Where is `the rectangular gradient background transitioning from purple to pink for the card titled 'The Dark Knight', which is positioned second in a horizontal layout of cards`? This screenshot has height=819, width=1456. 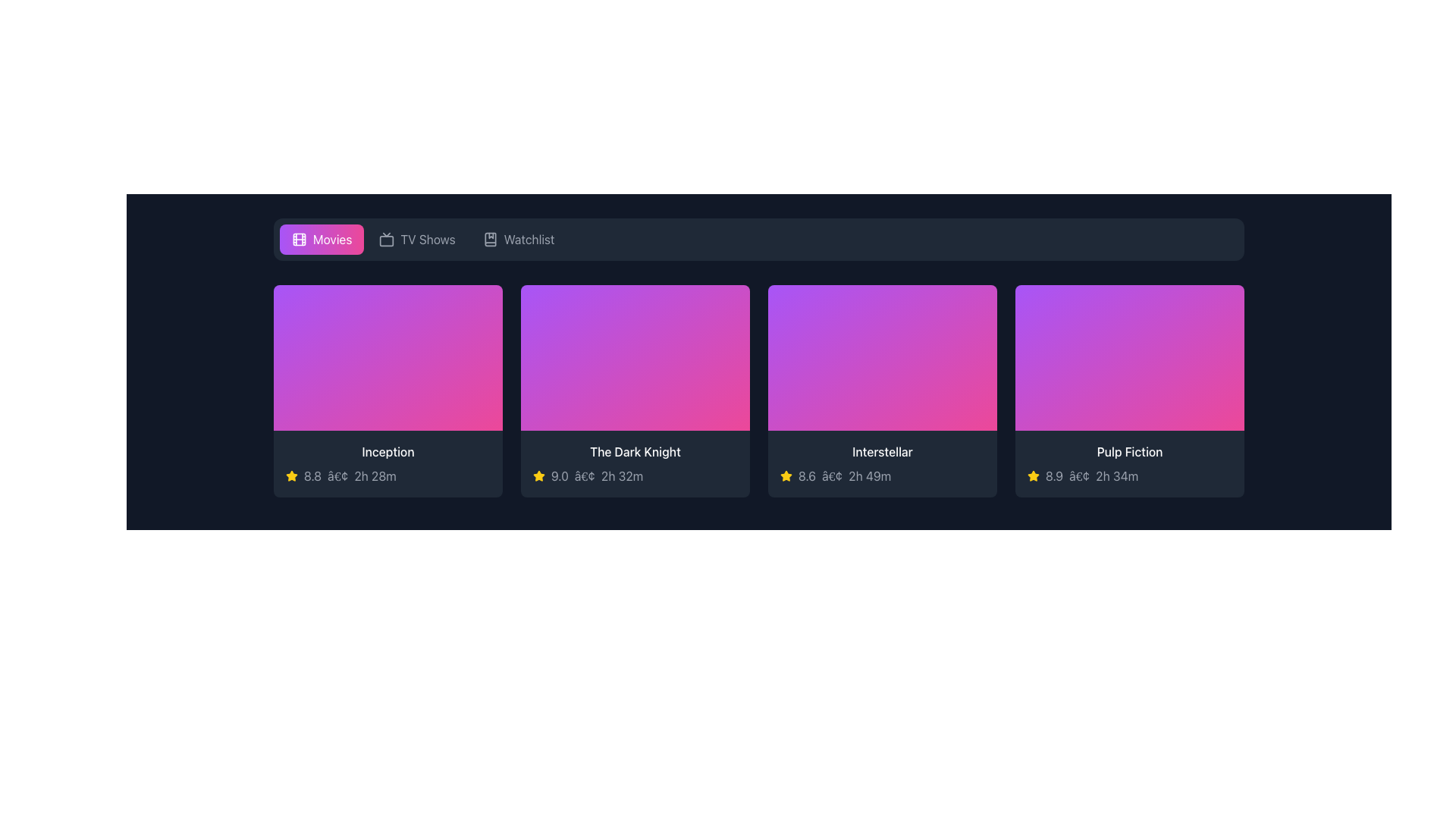 the rectangular gradient background transitioning from purple to pink for the card titled 'The Dark Knight', which is positioned second in a horizontal layout of cards is located at coordinates (635, 357).